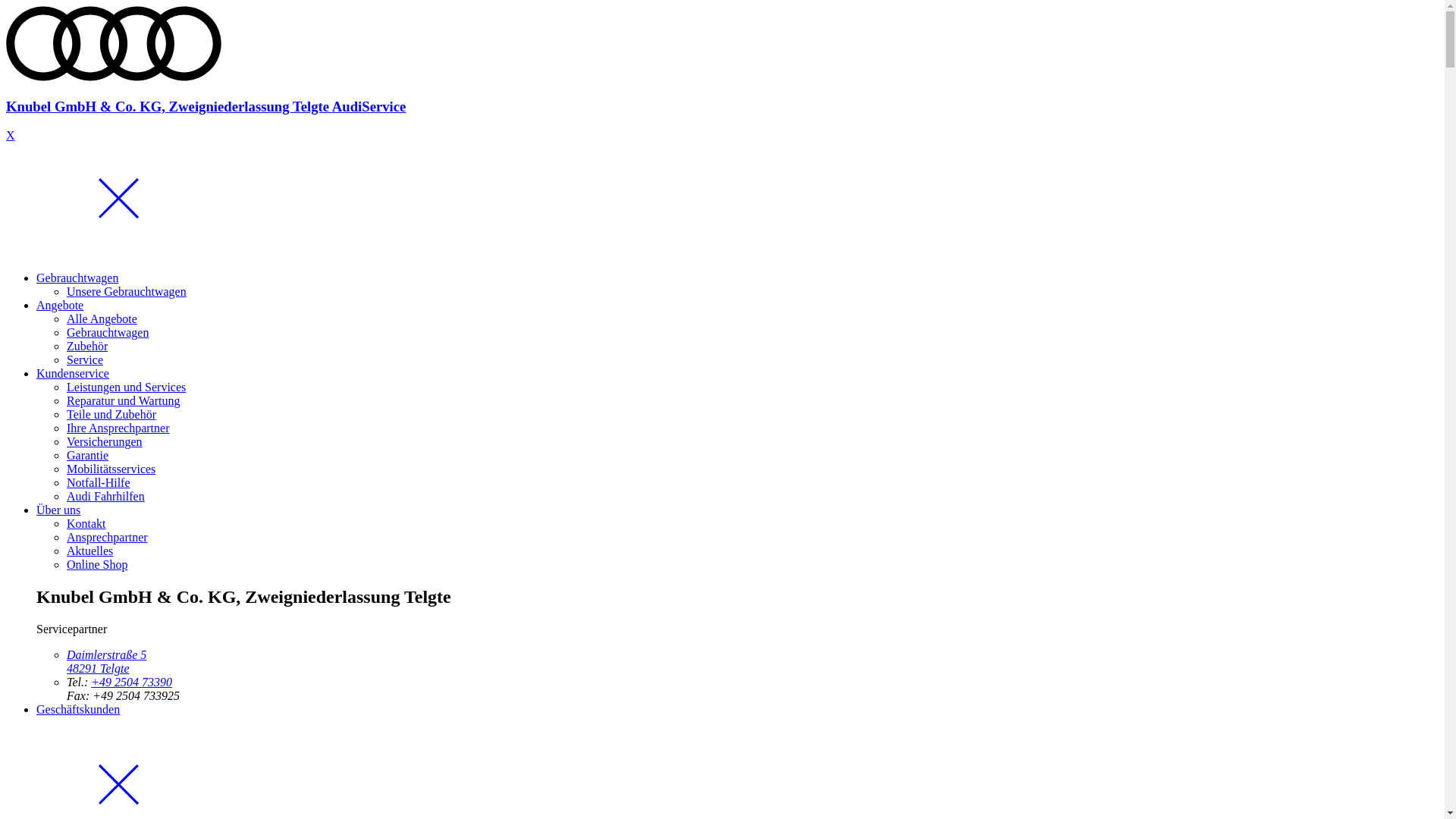 This screenshot has height=819, width=1456. What do you see at coordinates (101, 318) in the screenshot?
I see `'Alle Angebote'` at bounding box center [101, 318].